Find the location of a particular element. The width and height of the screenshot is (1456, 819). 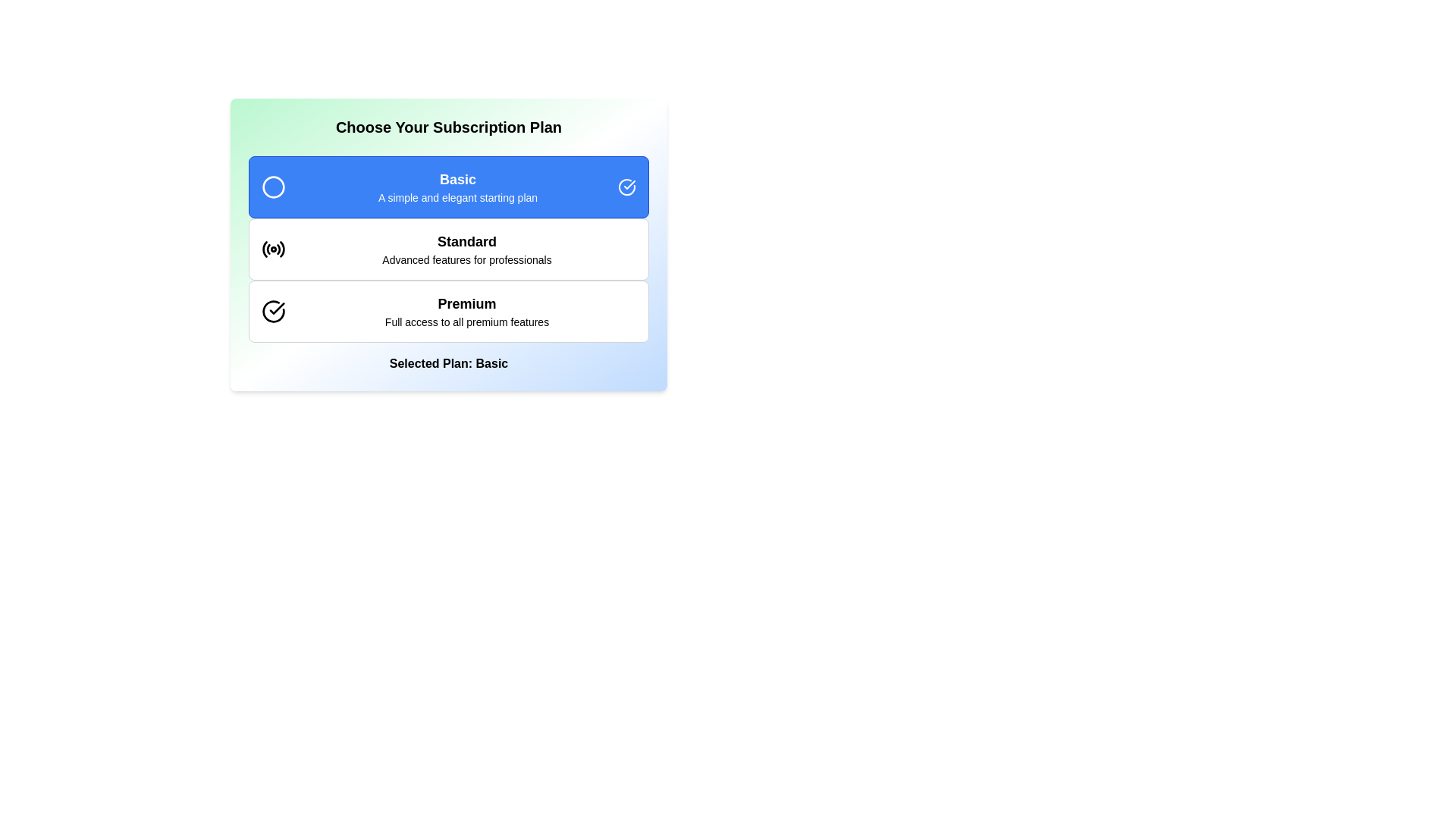

the 'Basic' text block element, which features a blue box with the text 'Basic' in bold and 'A simple and elegant starting plan' below it, positioned centrally in the subscription plan selection interface is located at coordinates (457, 186).